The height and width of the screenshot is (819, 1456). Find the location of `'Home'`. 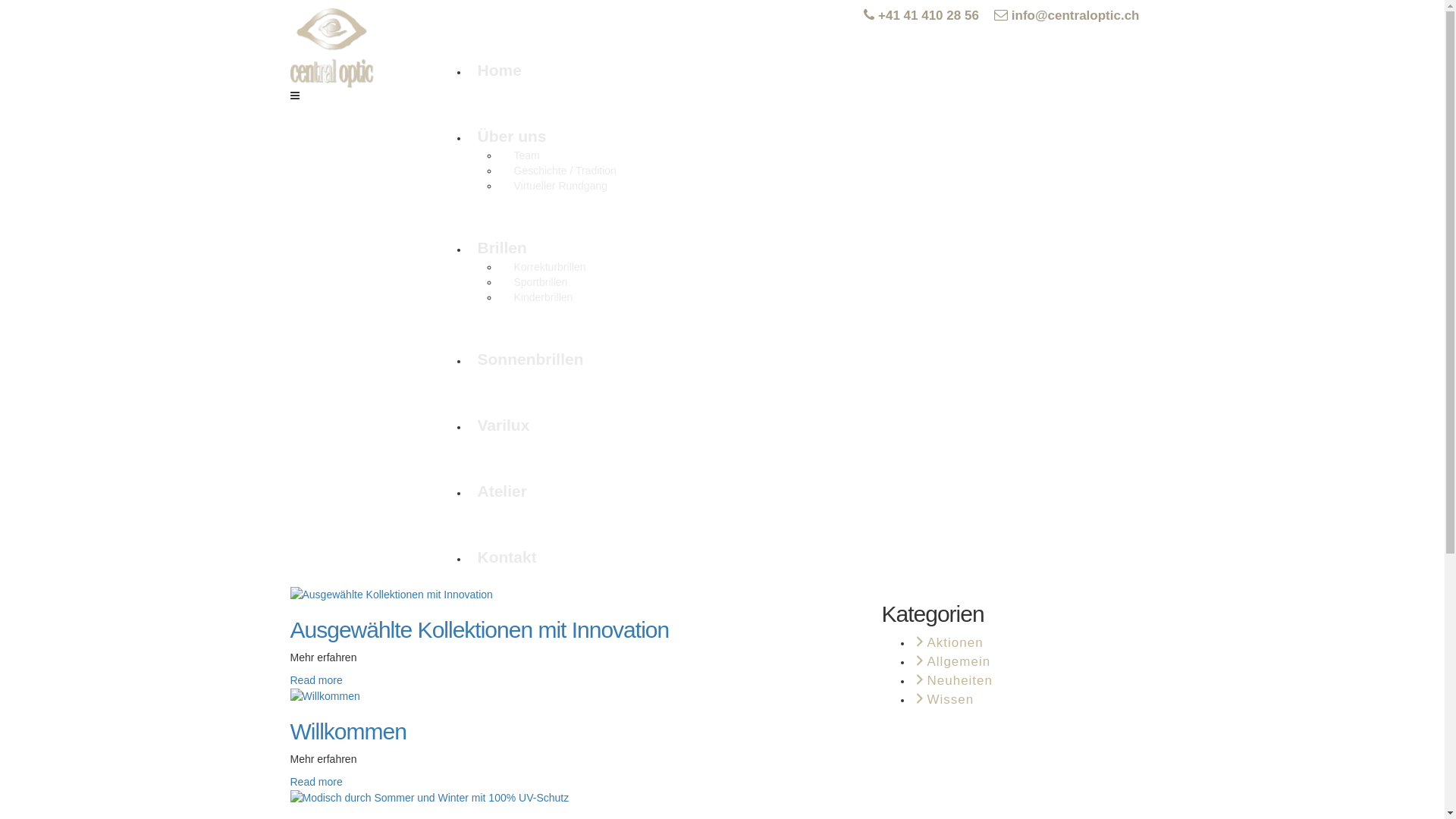

'Home' is located at coordinates (499, 70).